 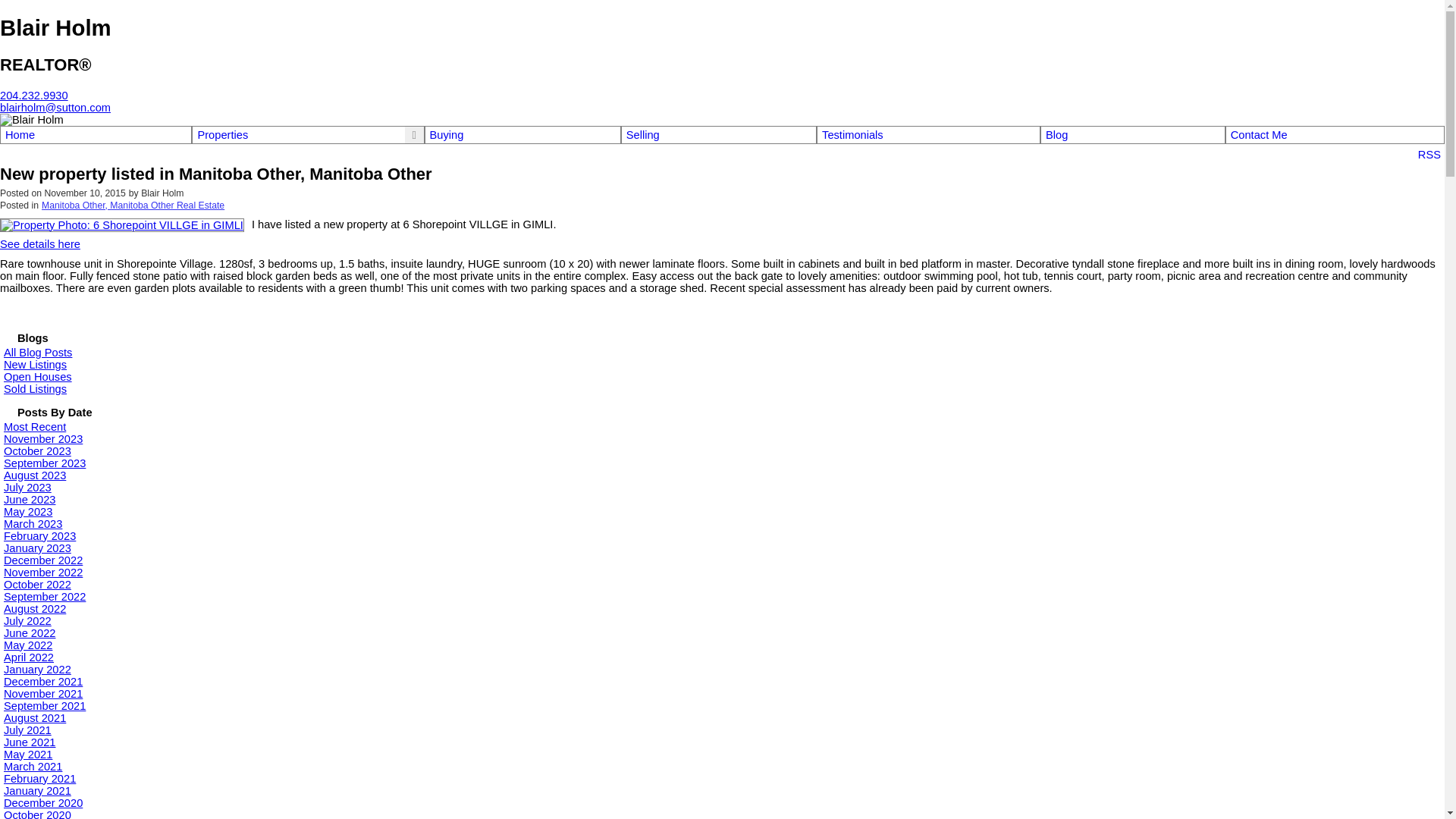 I want to click on 'See details here', so click(x=39, y=243).